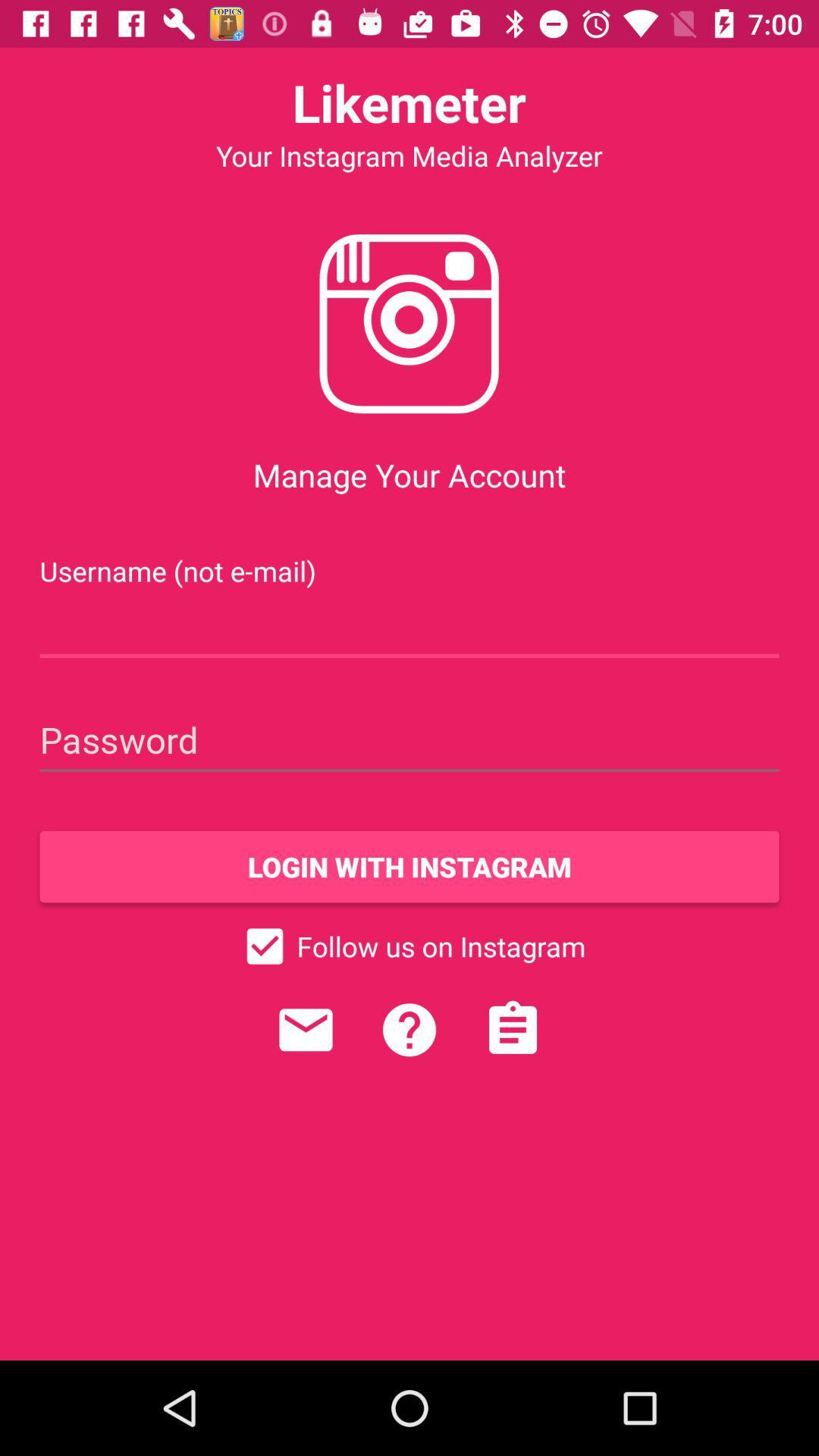  I want to click on the help icon, so click(409, 1030).